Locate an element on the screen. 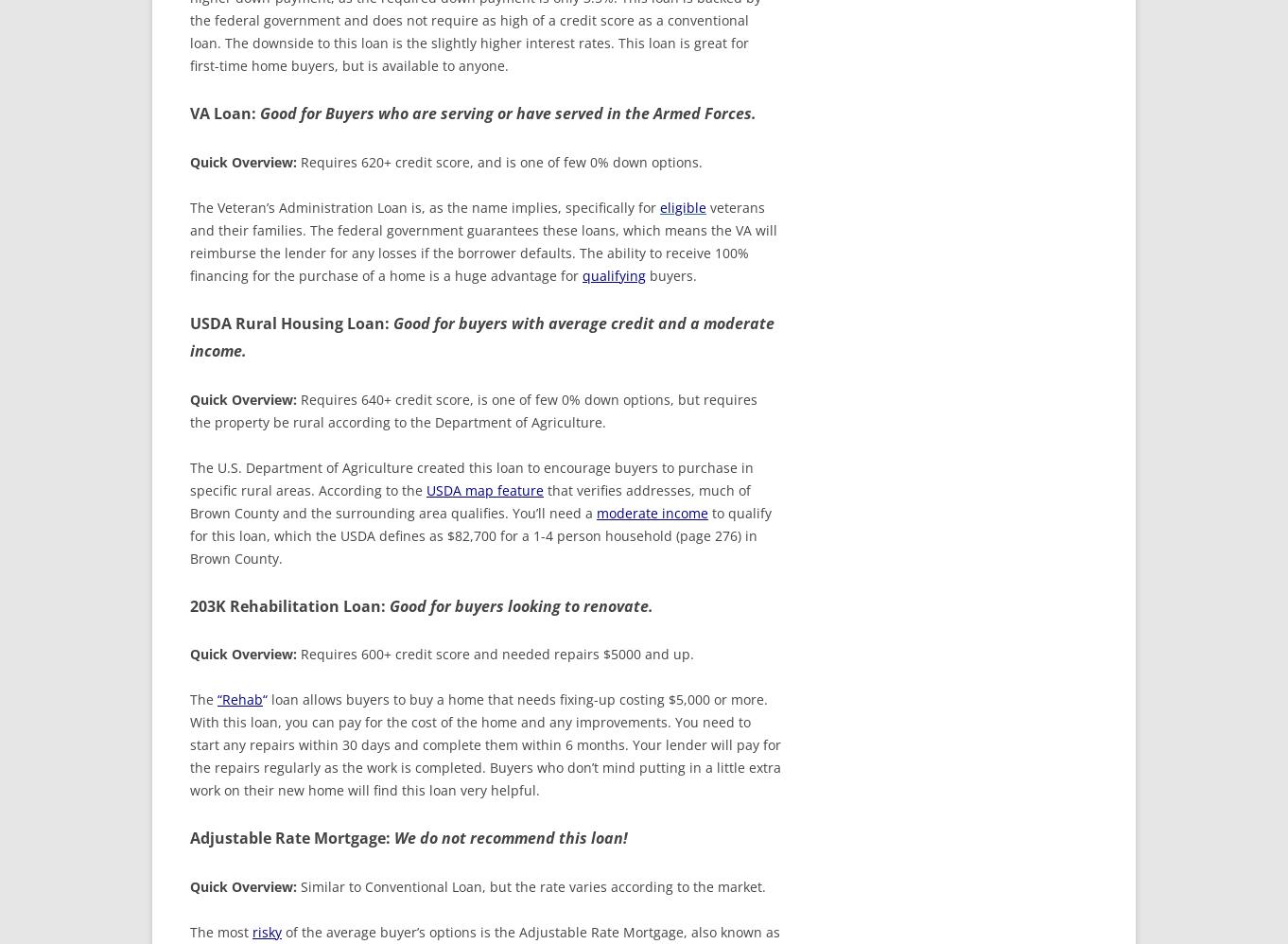 Image resolution: width=1288 pixels, height=944 pixels. 'Requires 620+ credit score, and is one of few 0% down options.' is located at coordinates (500, 160).